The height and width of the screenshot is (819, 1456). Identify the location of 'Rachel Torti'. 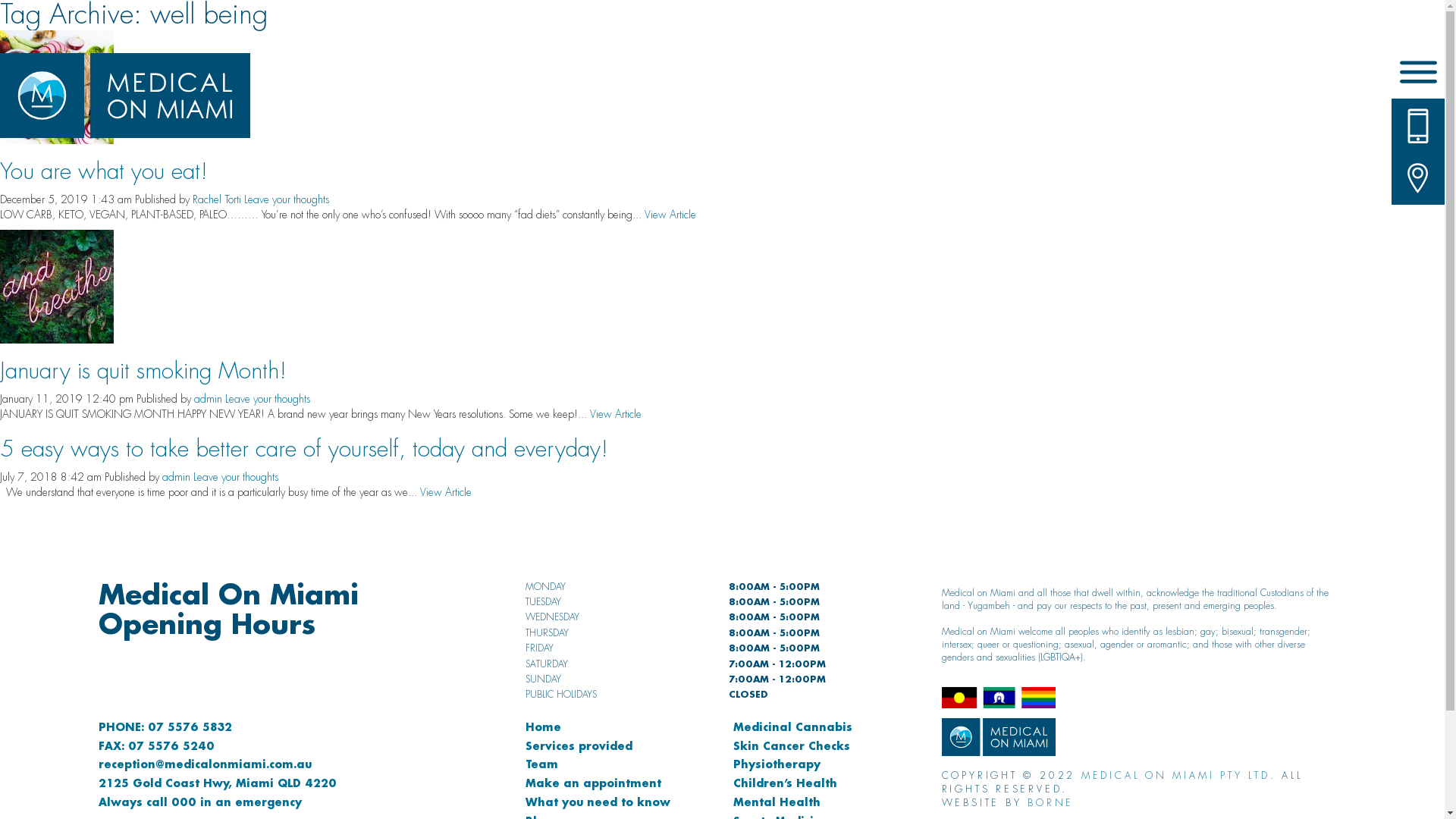
(216, 198).